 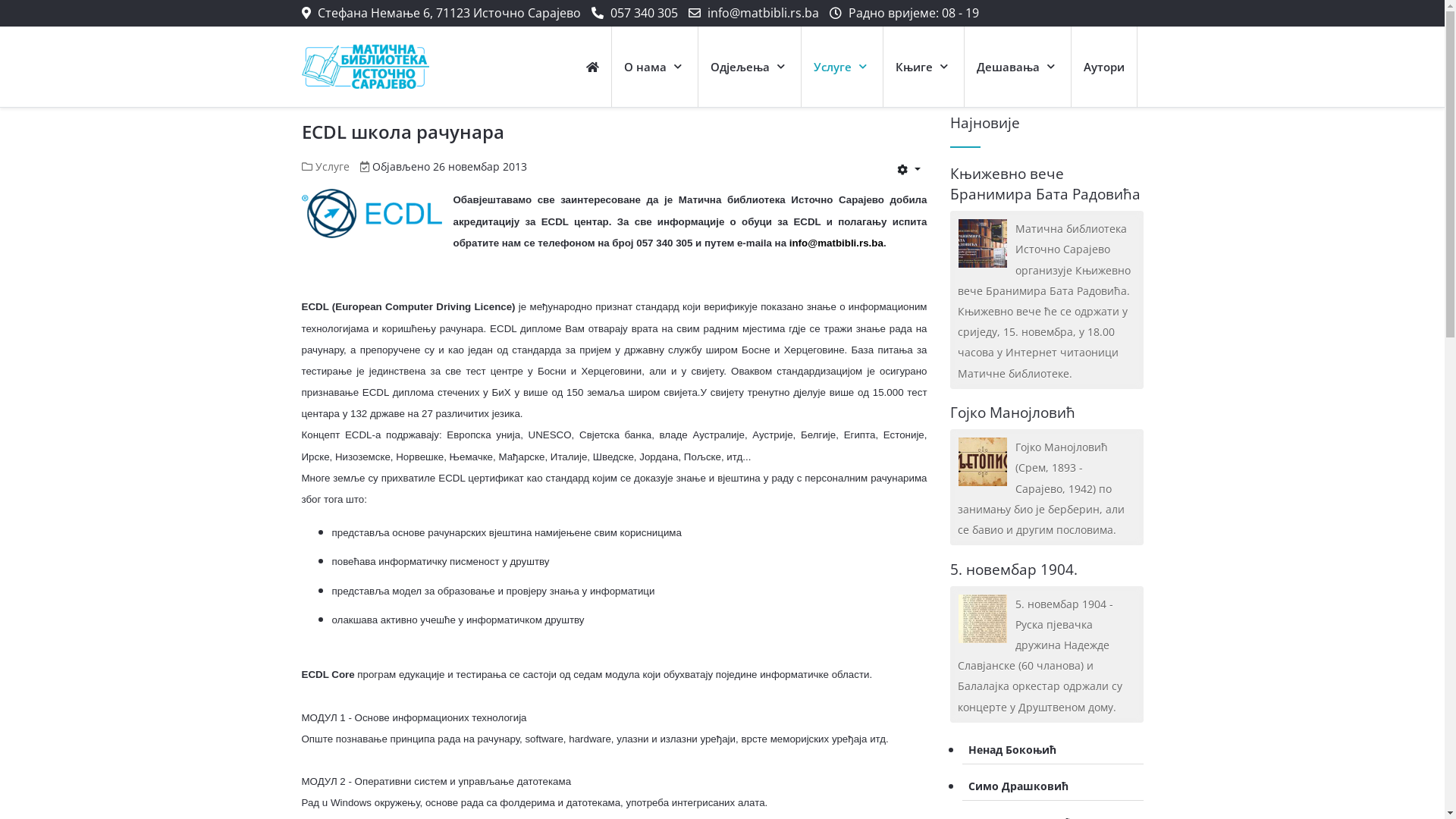 I want to click on 'info@matbibli.rs.ba', so click(x=836, y=242).